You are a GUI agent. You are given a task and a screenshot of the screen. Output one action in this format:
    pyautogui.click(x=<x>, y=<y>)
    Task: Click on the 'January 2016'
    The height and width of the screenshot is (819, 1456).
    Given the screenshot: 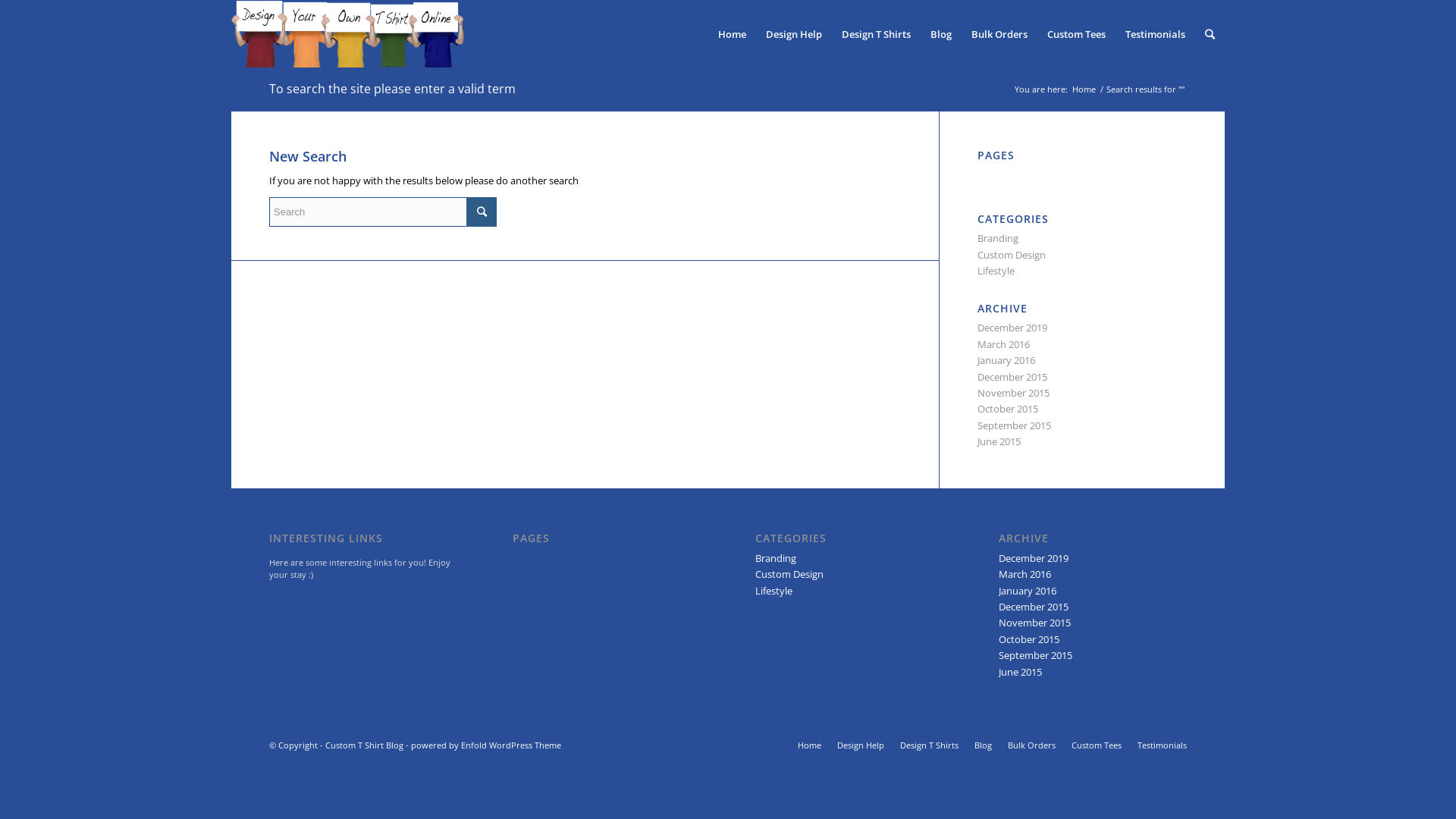 What is the action you would take?
    pyautogui.click(x=1027, y=590)
    